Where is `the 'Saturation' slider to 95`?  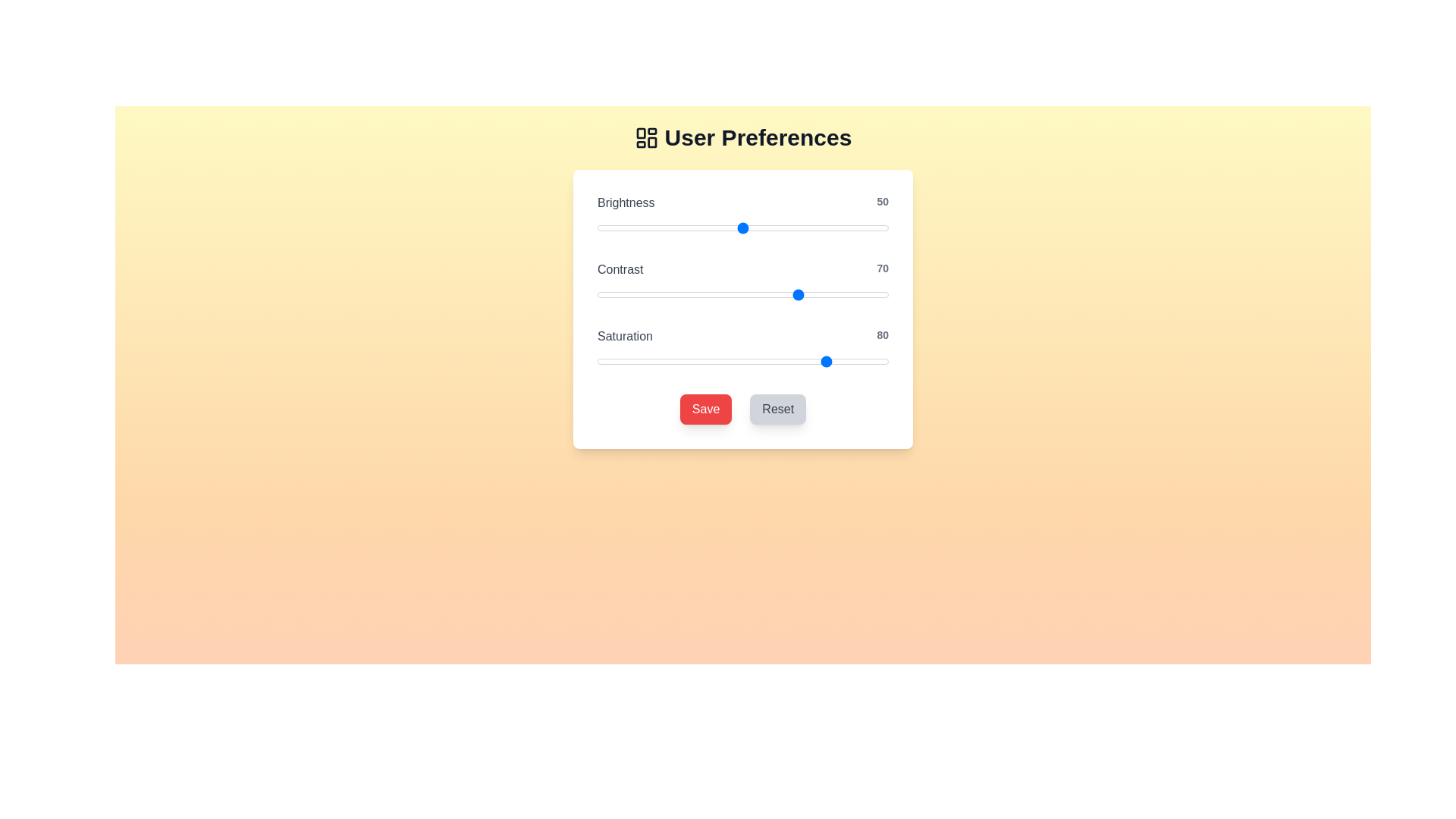 the 'Saturation' slider to 95 is located at coordinates (874, 362).